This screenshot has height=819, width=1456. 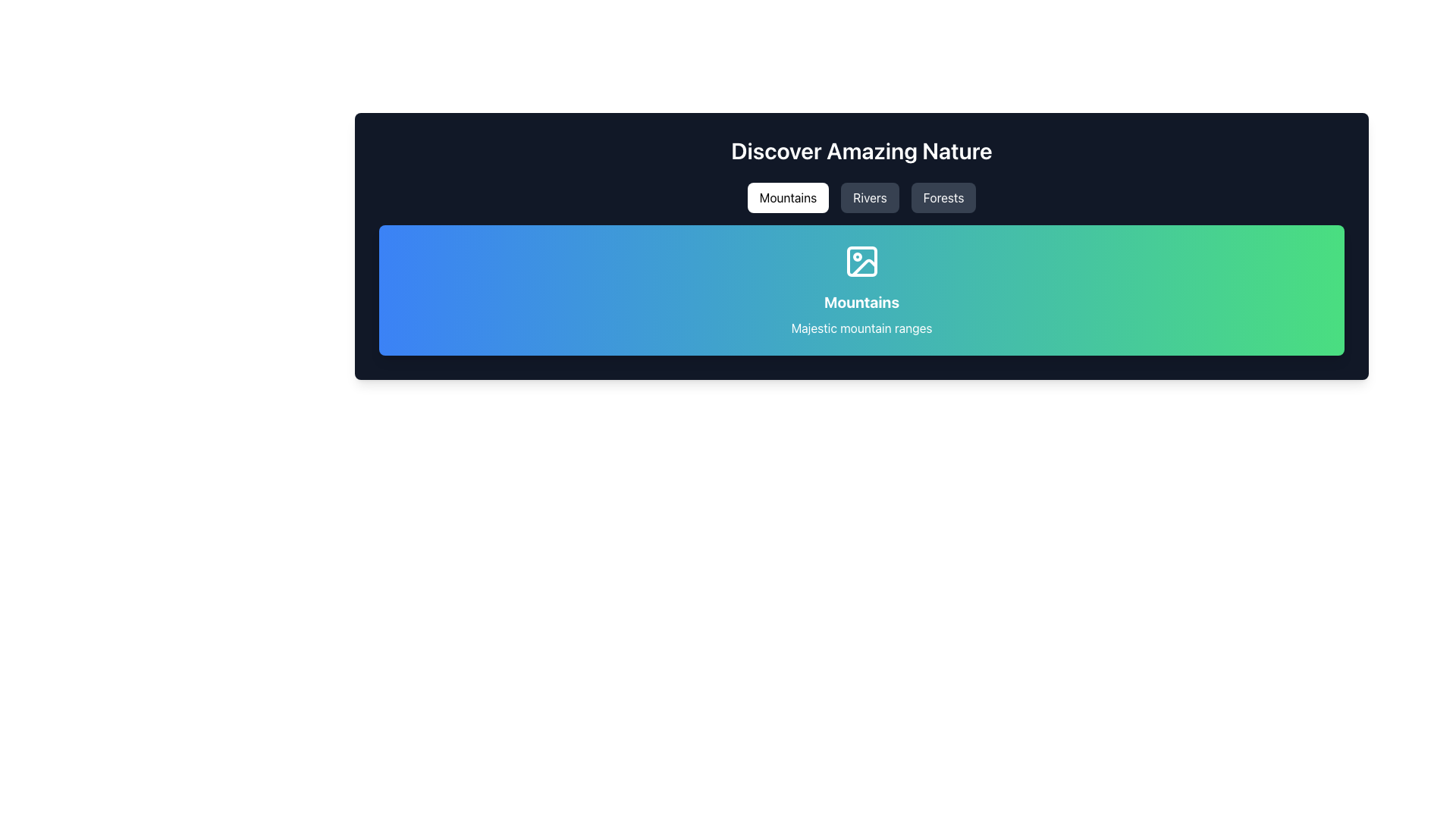 I want to click on the dark gray button labeled 'Forests', which is the third button in a row of three buttons, to interact with it, so click(x=943, y=197).